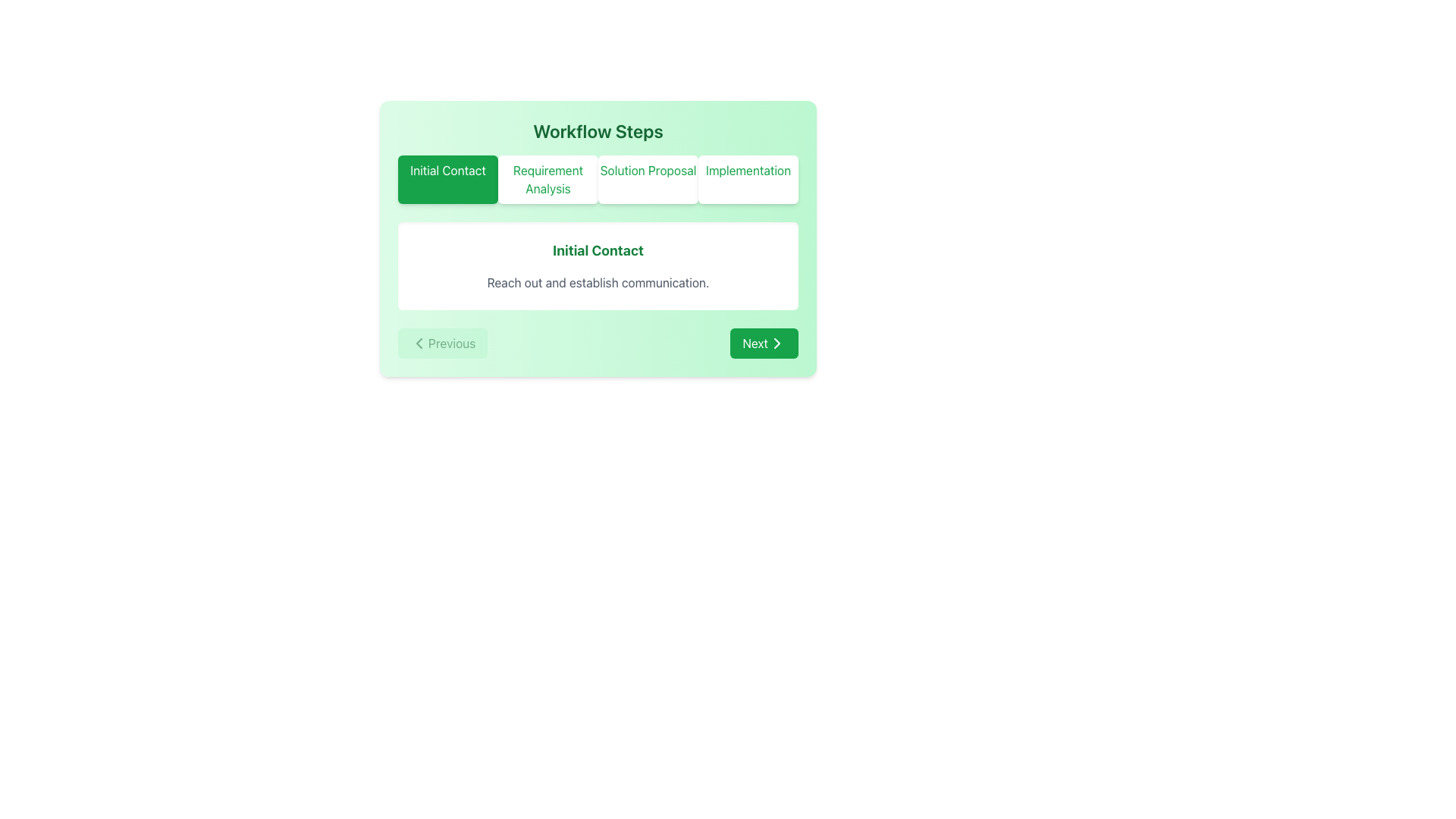 This screenshot has width=1456, height=819. Describe the element at coordinates (777, 343) in the screenshot. I see `the rightward arrow SVG icon located inside the green 'Next' button at the bottom right of the interface for a visual response` at that location.